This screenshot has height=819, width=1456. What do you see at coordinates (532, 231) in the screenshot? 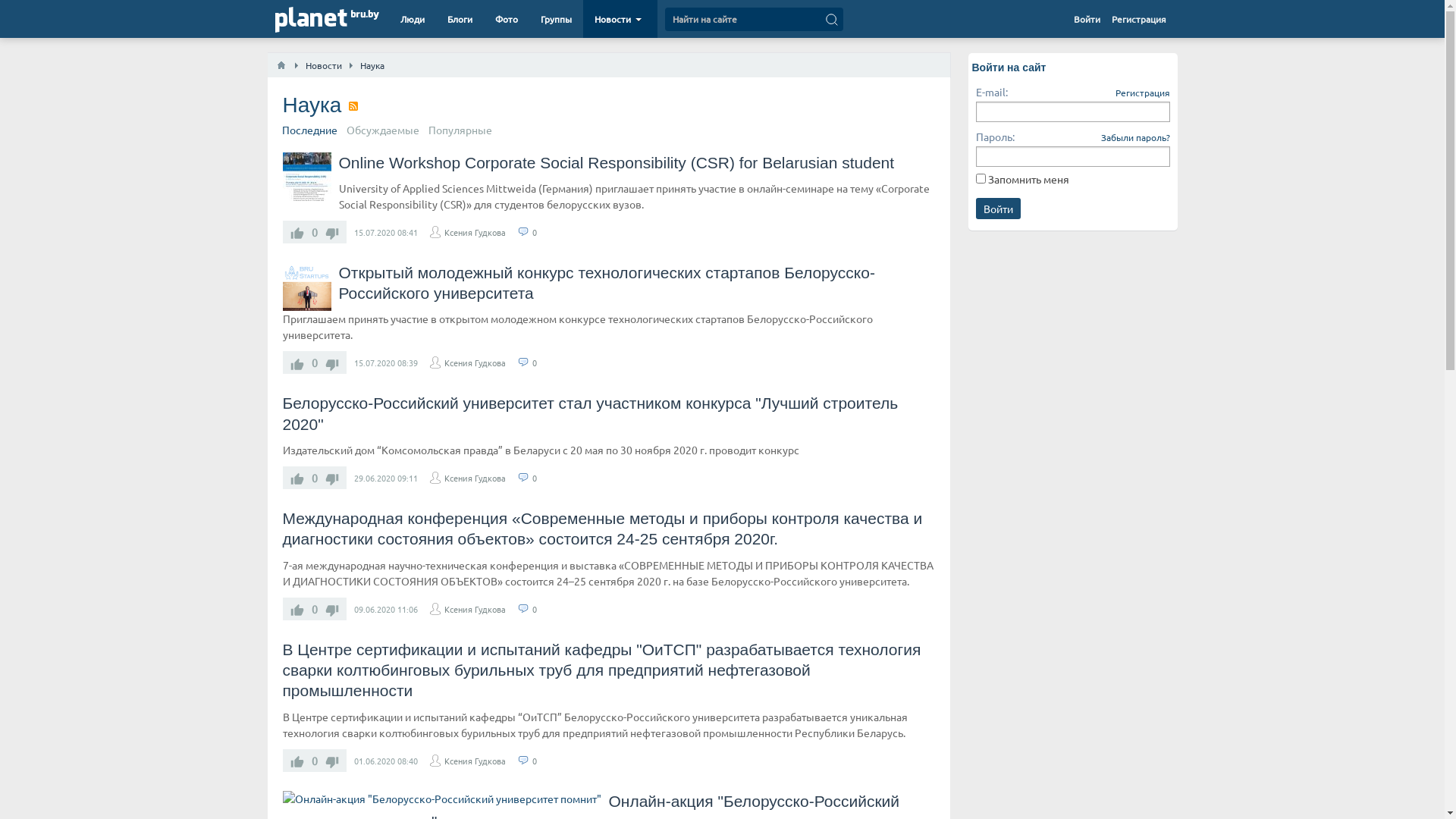
I see `'0'` at bounding box center [532, 231].